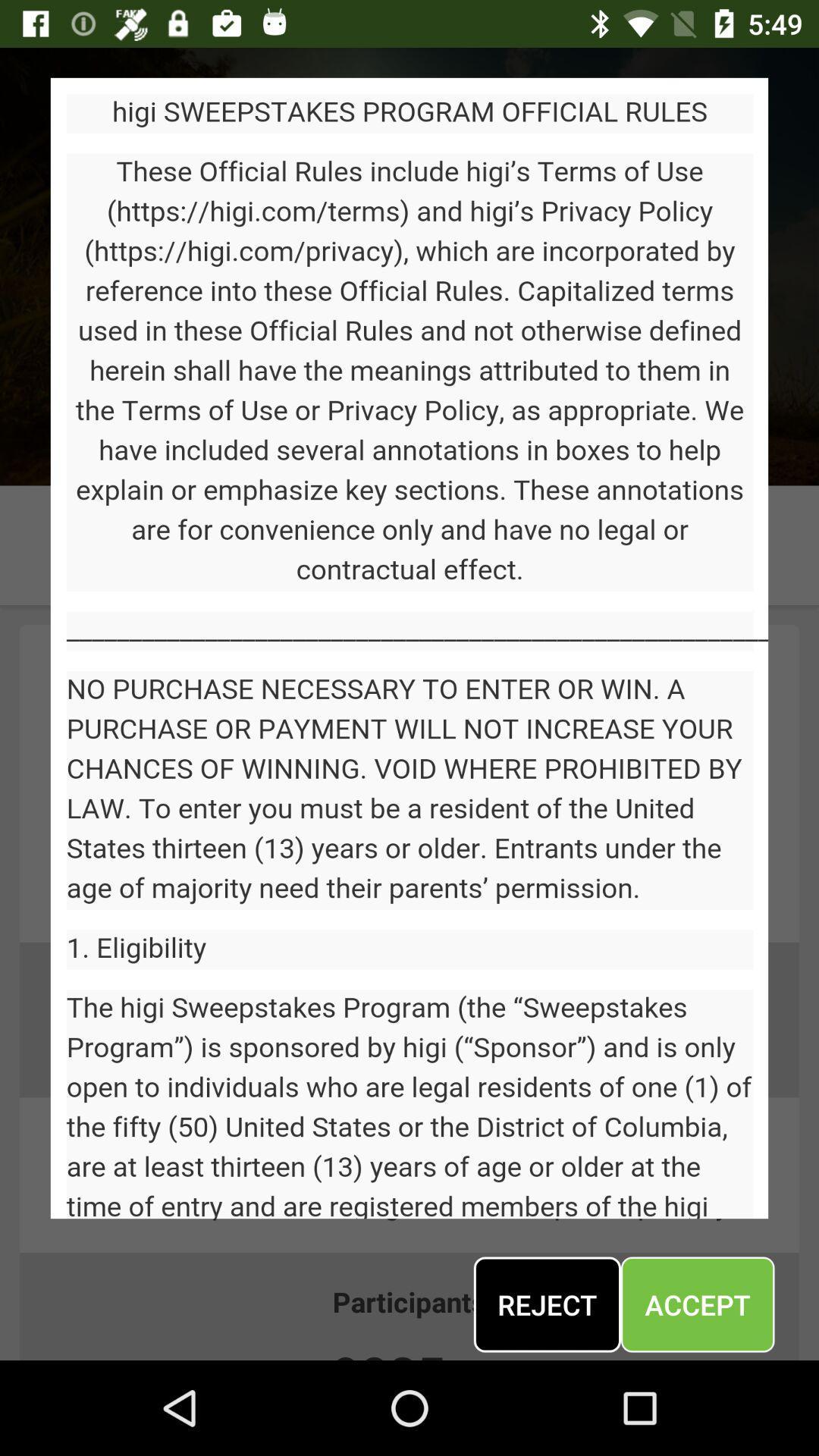  Describe the element at coordinates (409, 648) in the screenshot. I see `read article` at that location.